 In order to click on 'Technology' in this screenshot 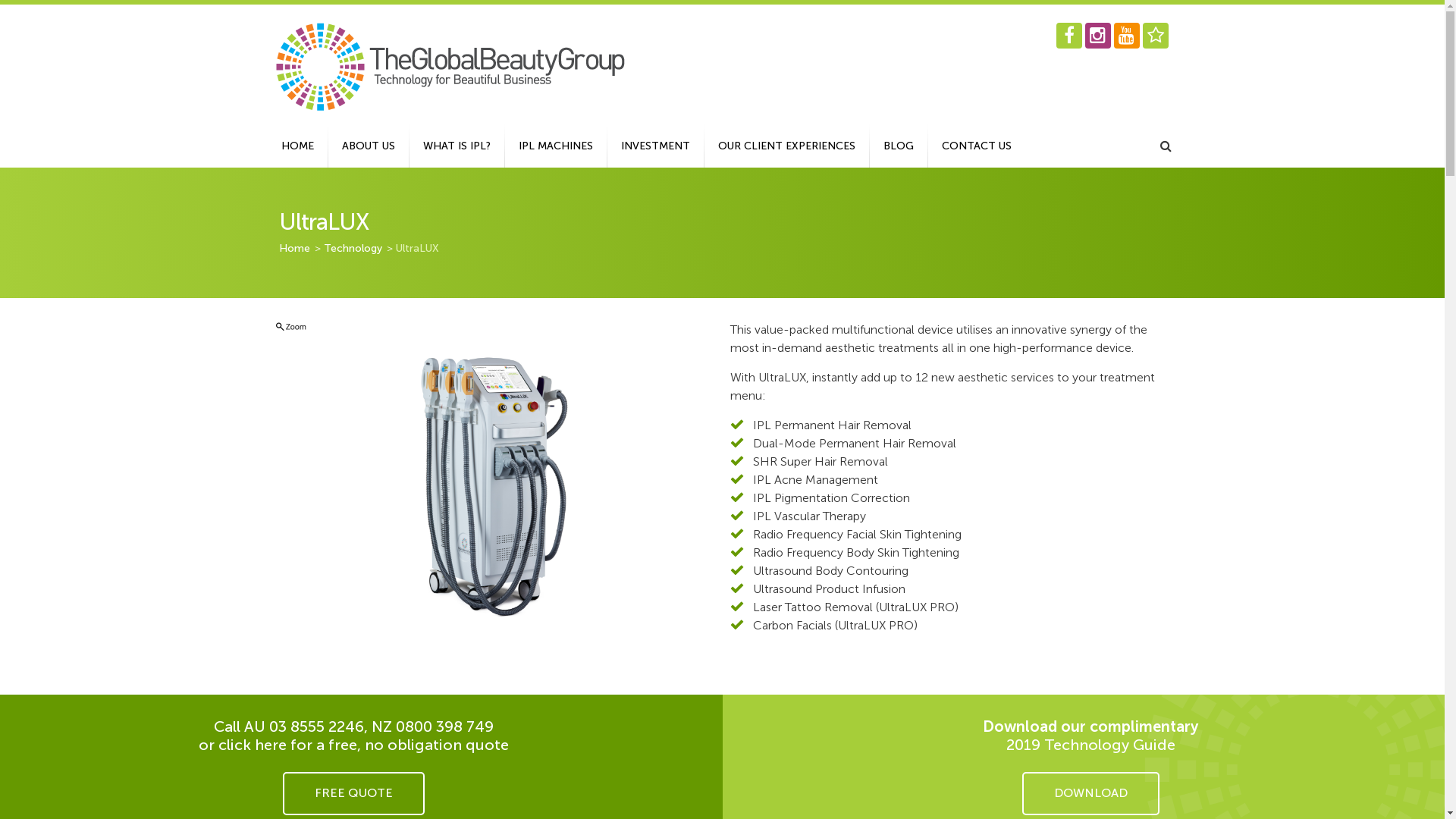, I will do `click(352, 247)`.